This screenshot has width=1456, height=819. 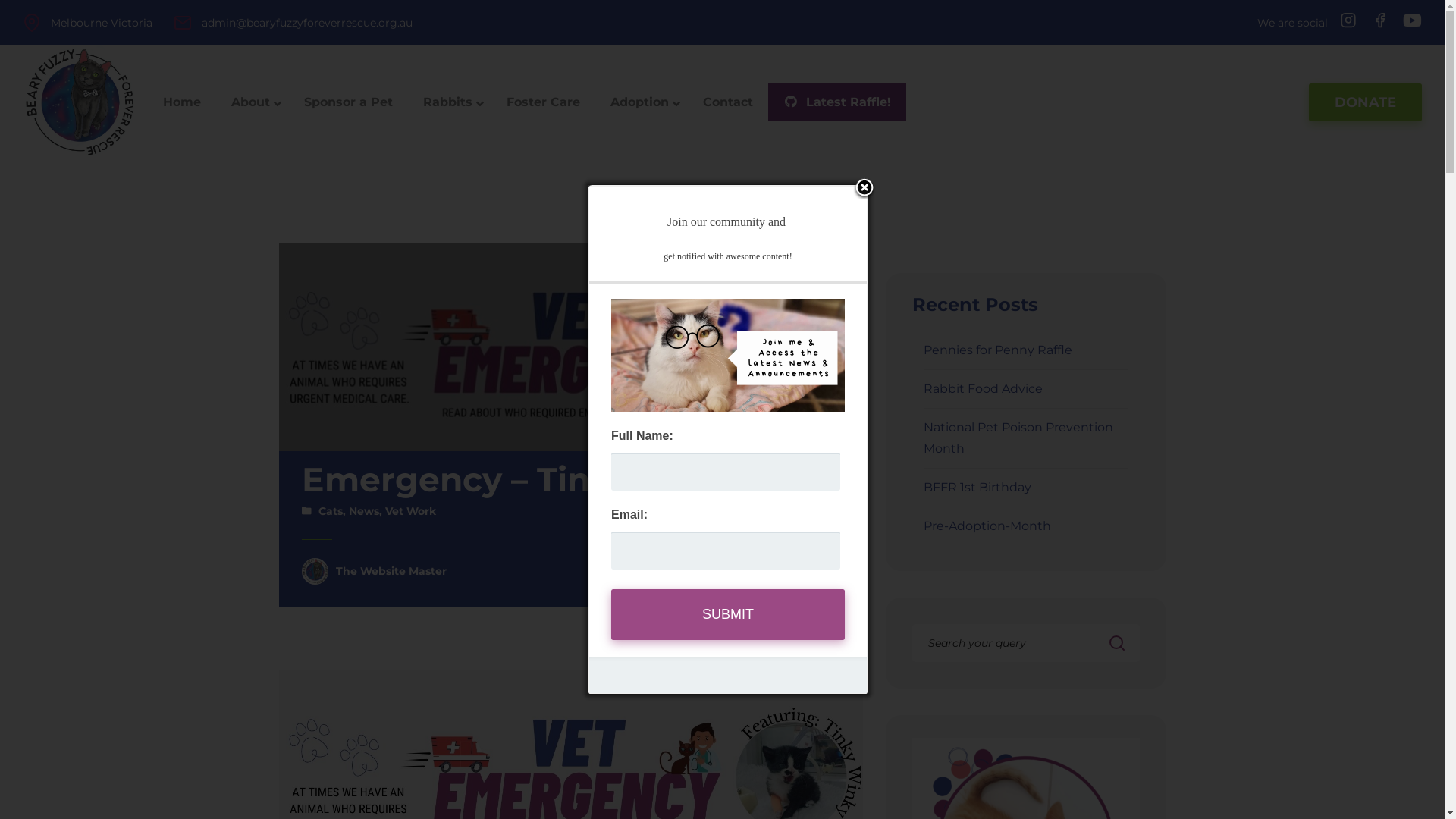 I want to click on 'Beary Fuzzy Forever Rescue', so click(x=79, y=102).